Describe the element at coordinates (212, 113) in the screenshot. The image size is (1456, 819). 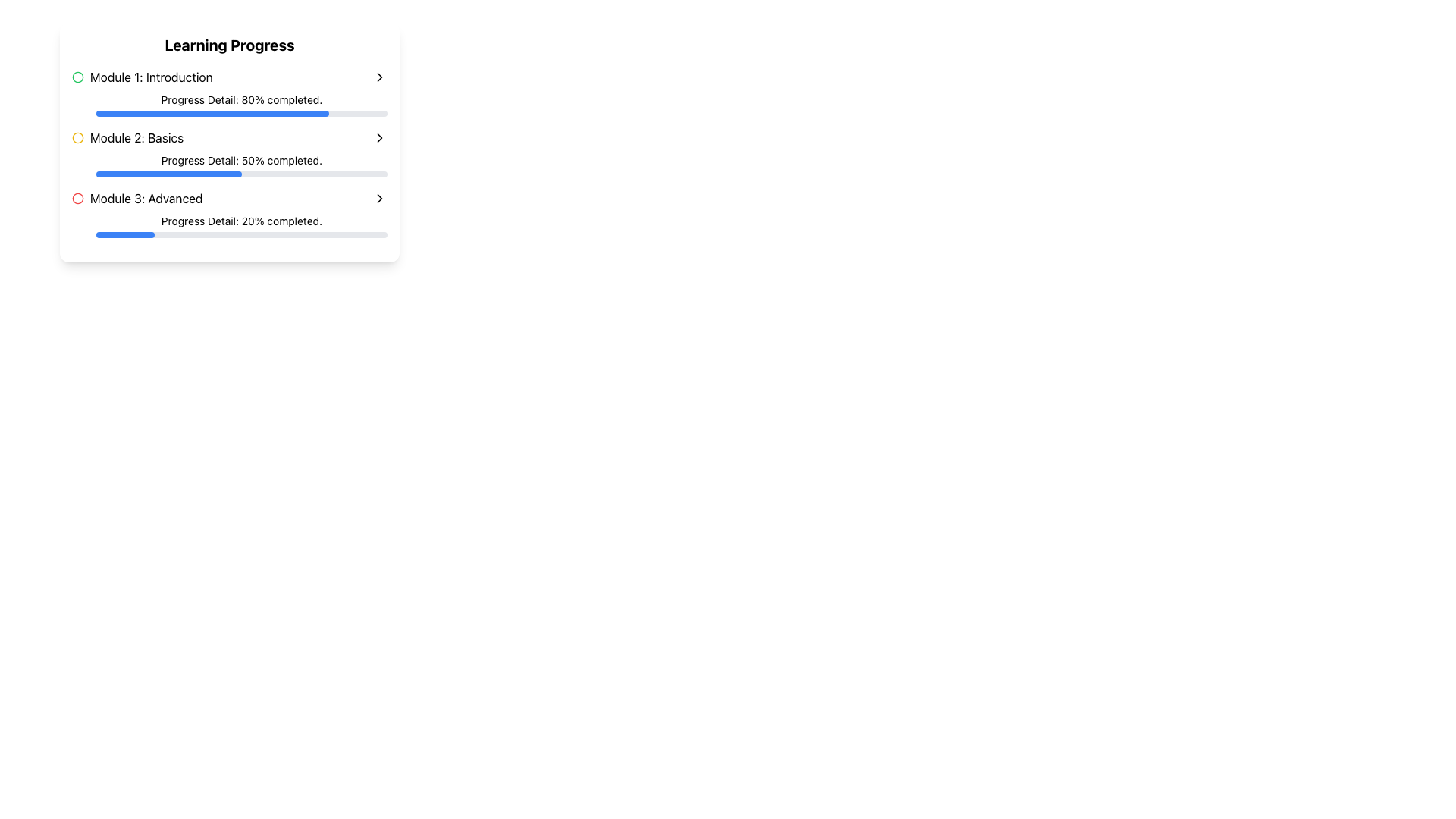
I see `the 80% progress bar located in the 'Module 1: Introduction' section under the 'Learning Progress' heading` at that location.